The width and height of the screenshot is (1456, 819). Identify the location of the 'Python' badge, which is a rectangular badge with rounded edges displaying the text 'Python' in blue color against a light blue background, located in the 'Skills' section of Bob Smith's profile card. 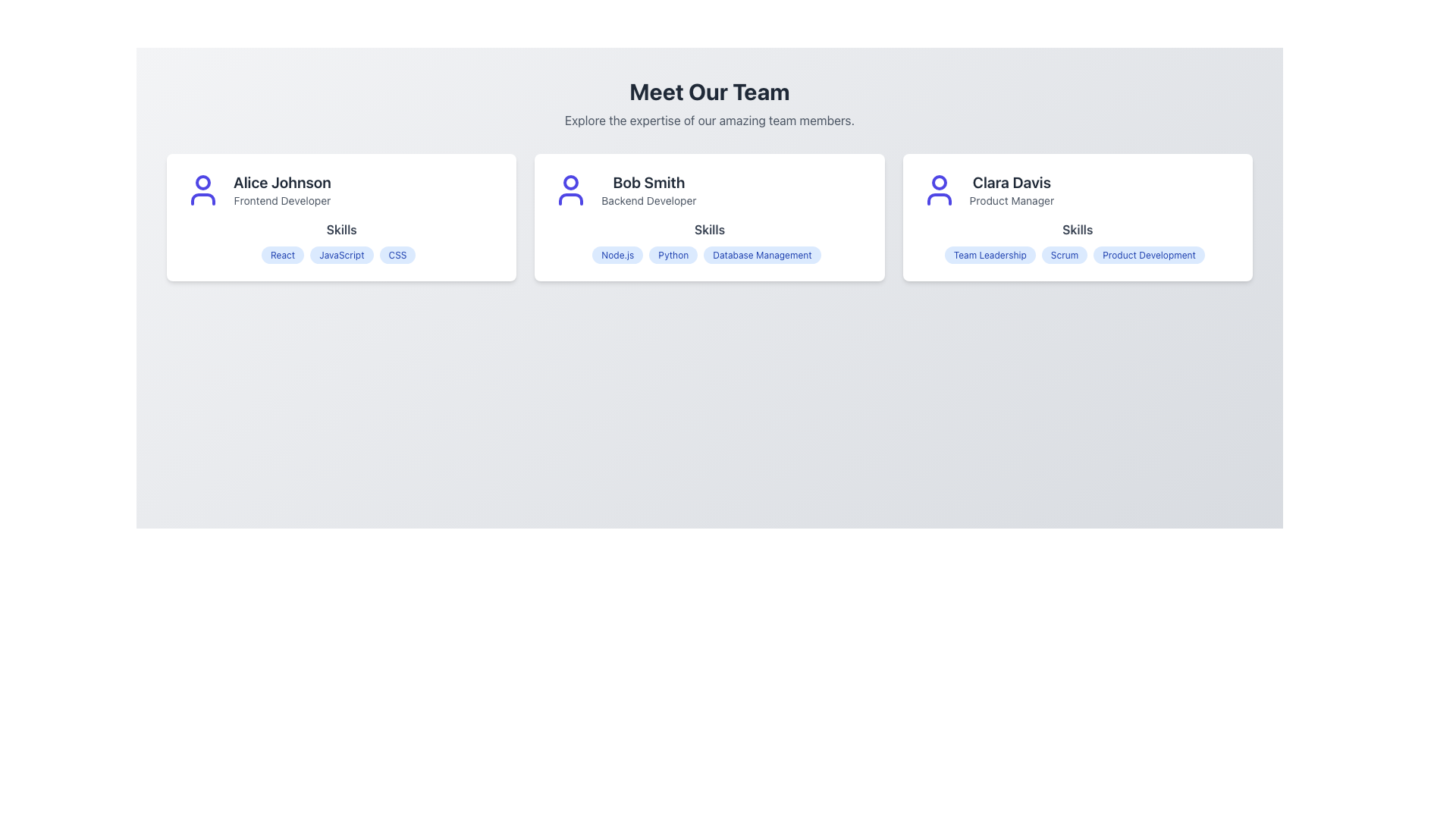
(673, 254).